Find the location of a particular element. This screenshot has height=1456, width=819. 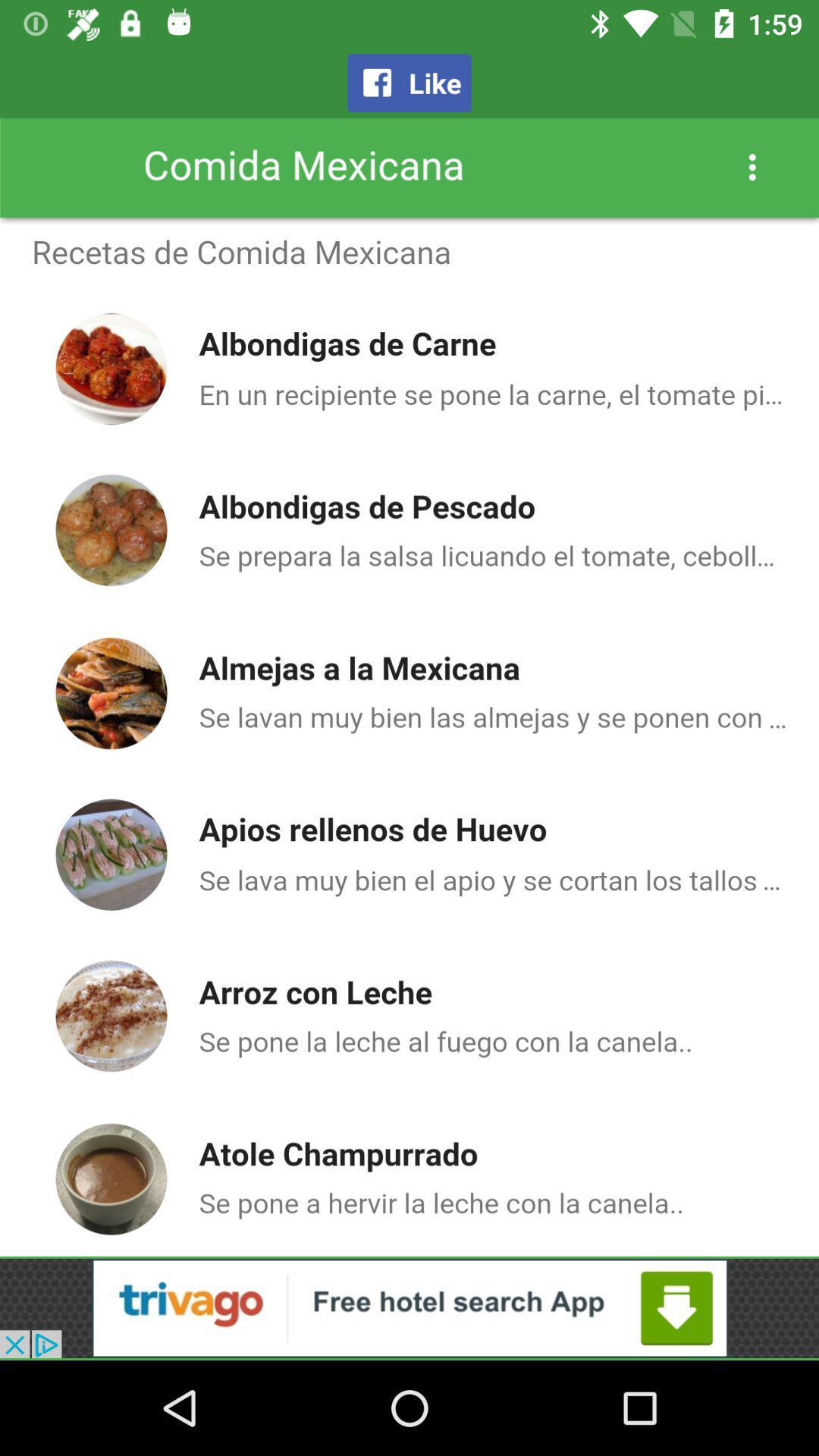

advertisement is located at coordinates (409, 1307).